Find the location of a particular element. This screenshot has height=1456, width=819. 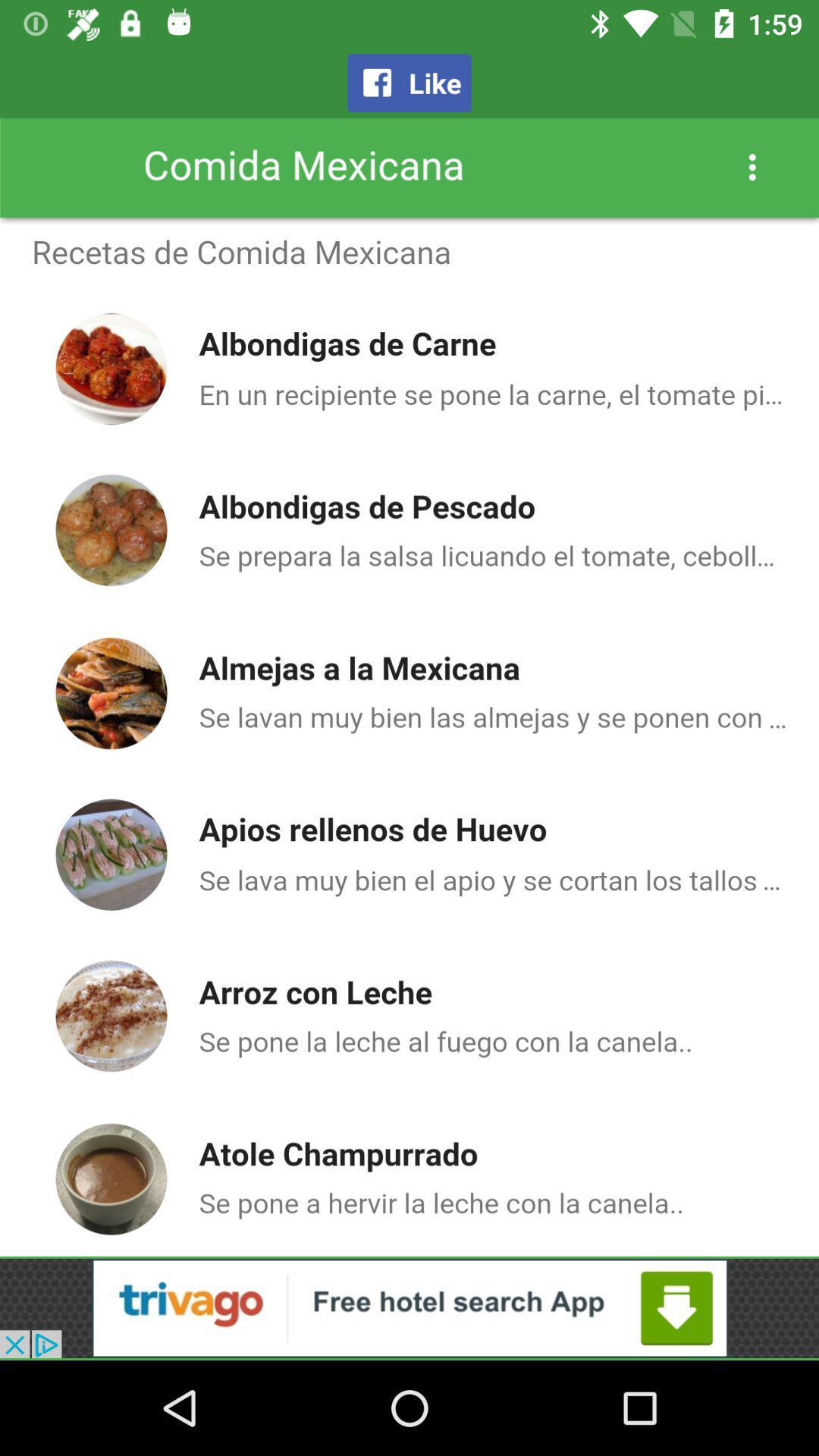

advertisement is located at coordinates (409, 1307).